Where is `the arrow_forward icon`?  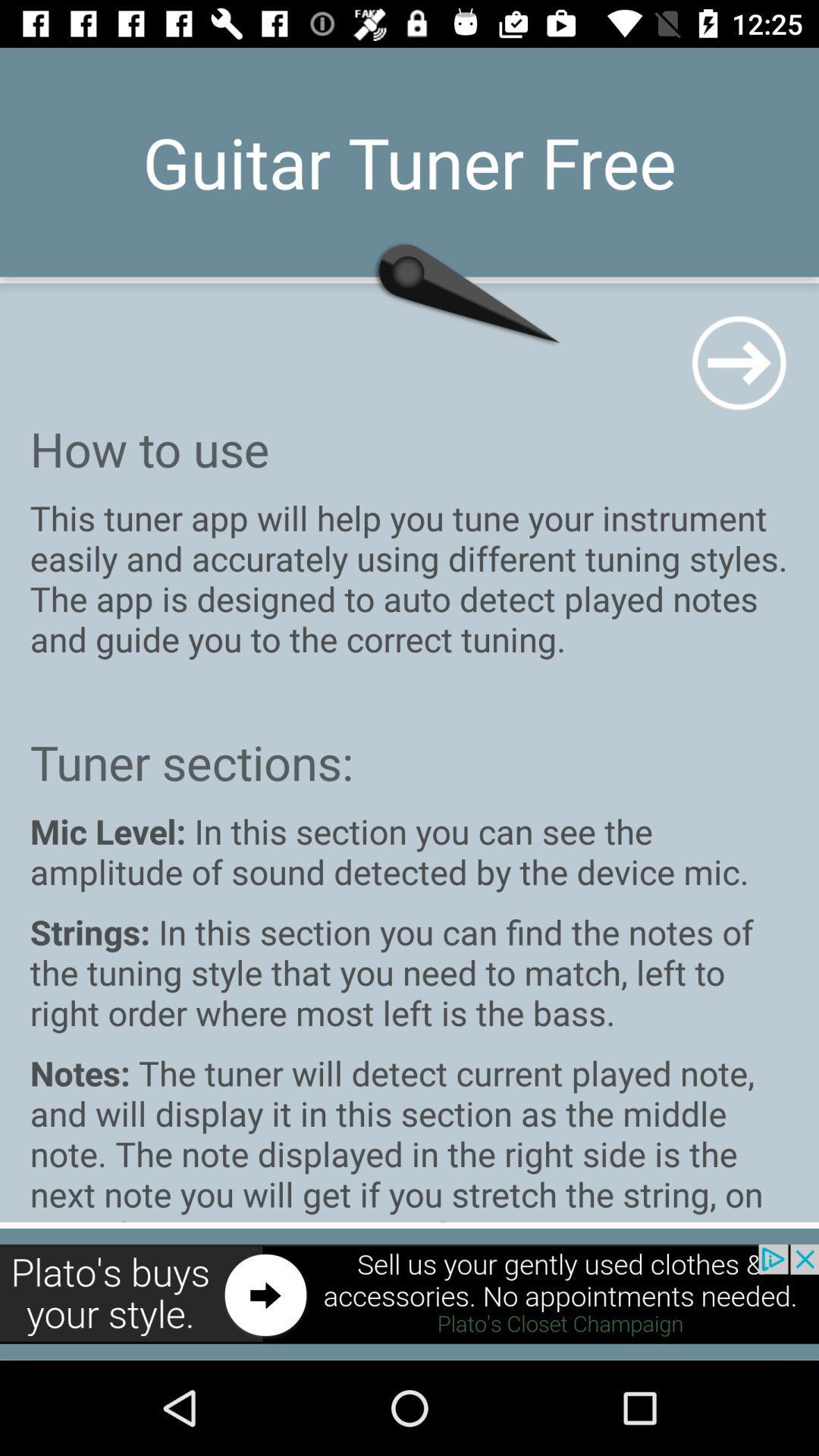
the arrow_forward icon is located at coordinates (738, 362).